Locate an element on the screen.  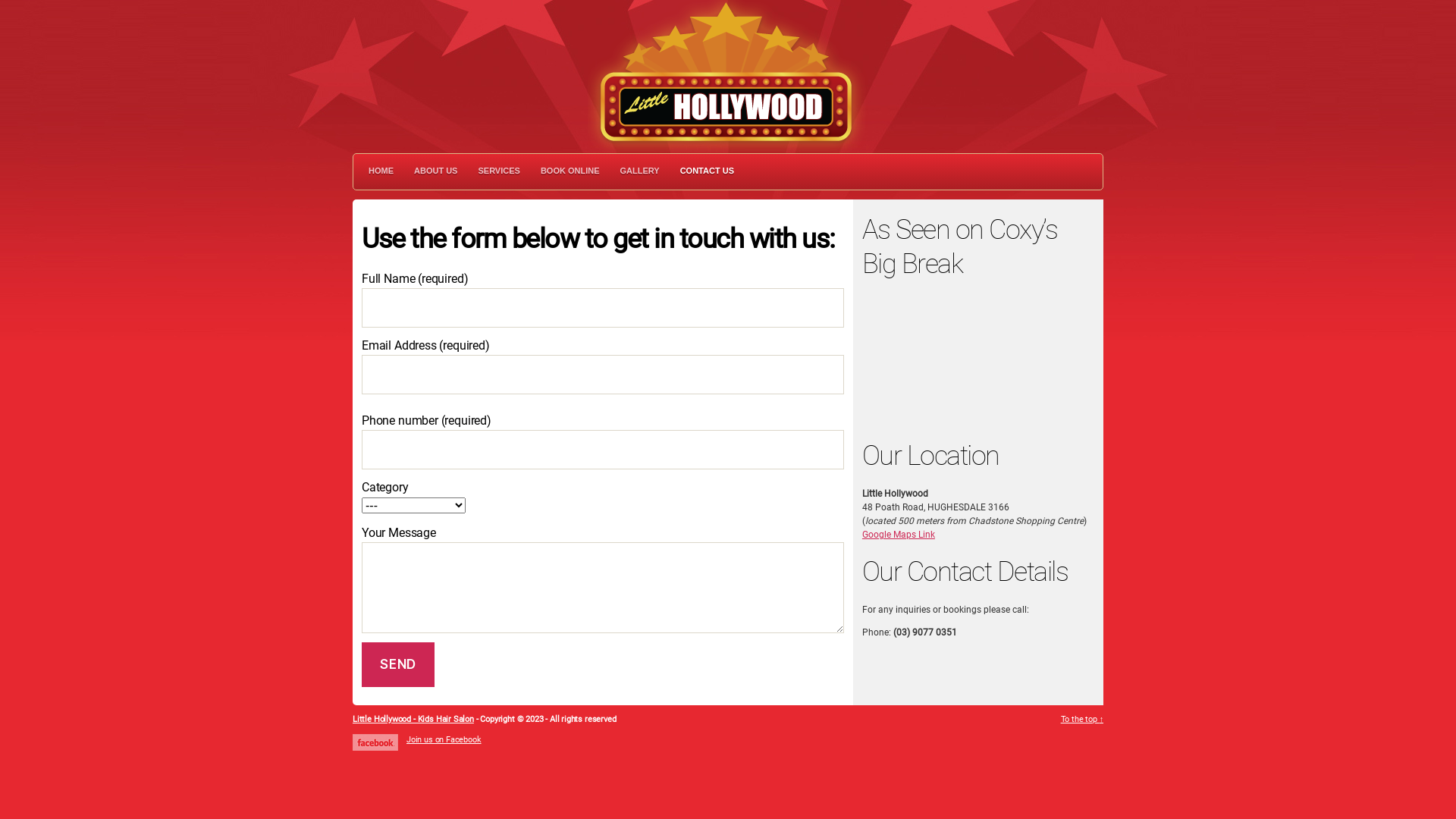
'BOOK ONLINE' is located at coordinates (570, 171).